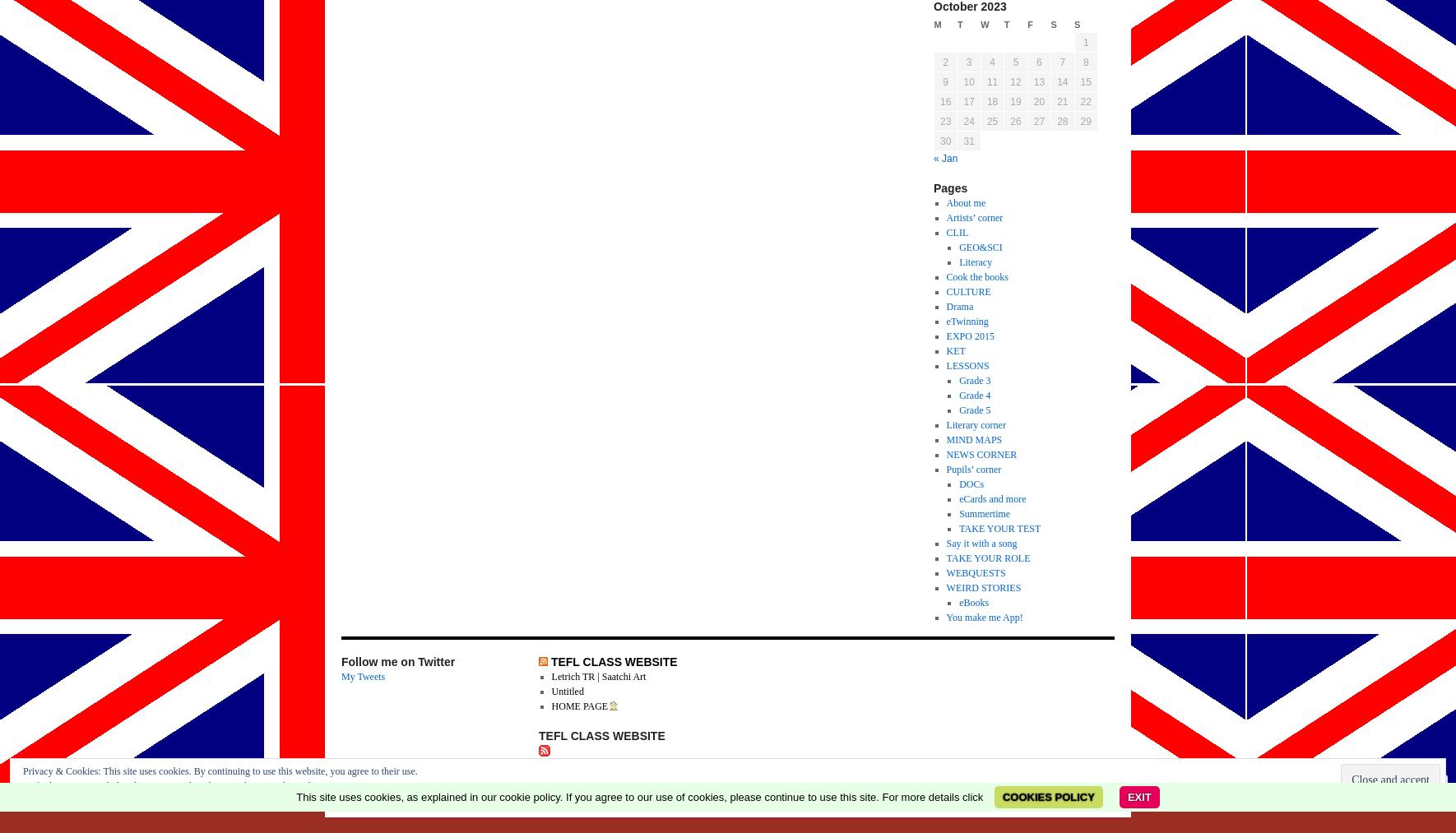 Image resolution: width=1456 pixels, height=833 pixels. Describe the element at coordinates (1061, 121) in the screenshot. I see `'28'` at that location.